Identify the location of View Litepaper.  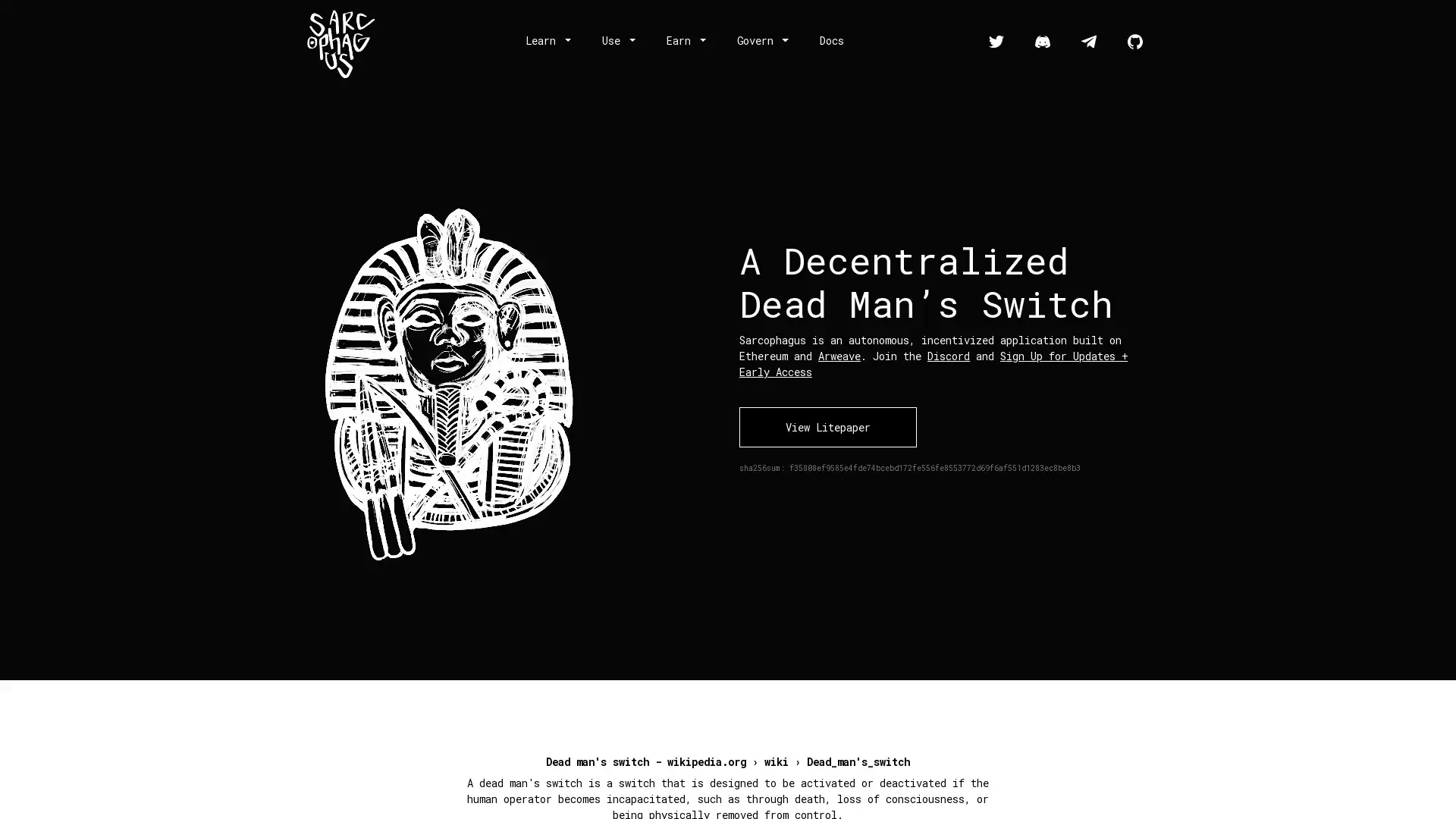
(827, 426).